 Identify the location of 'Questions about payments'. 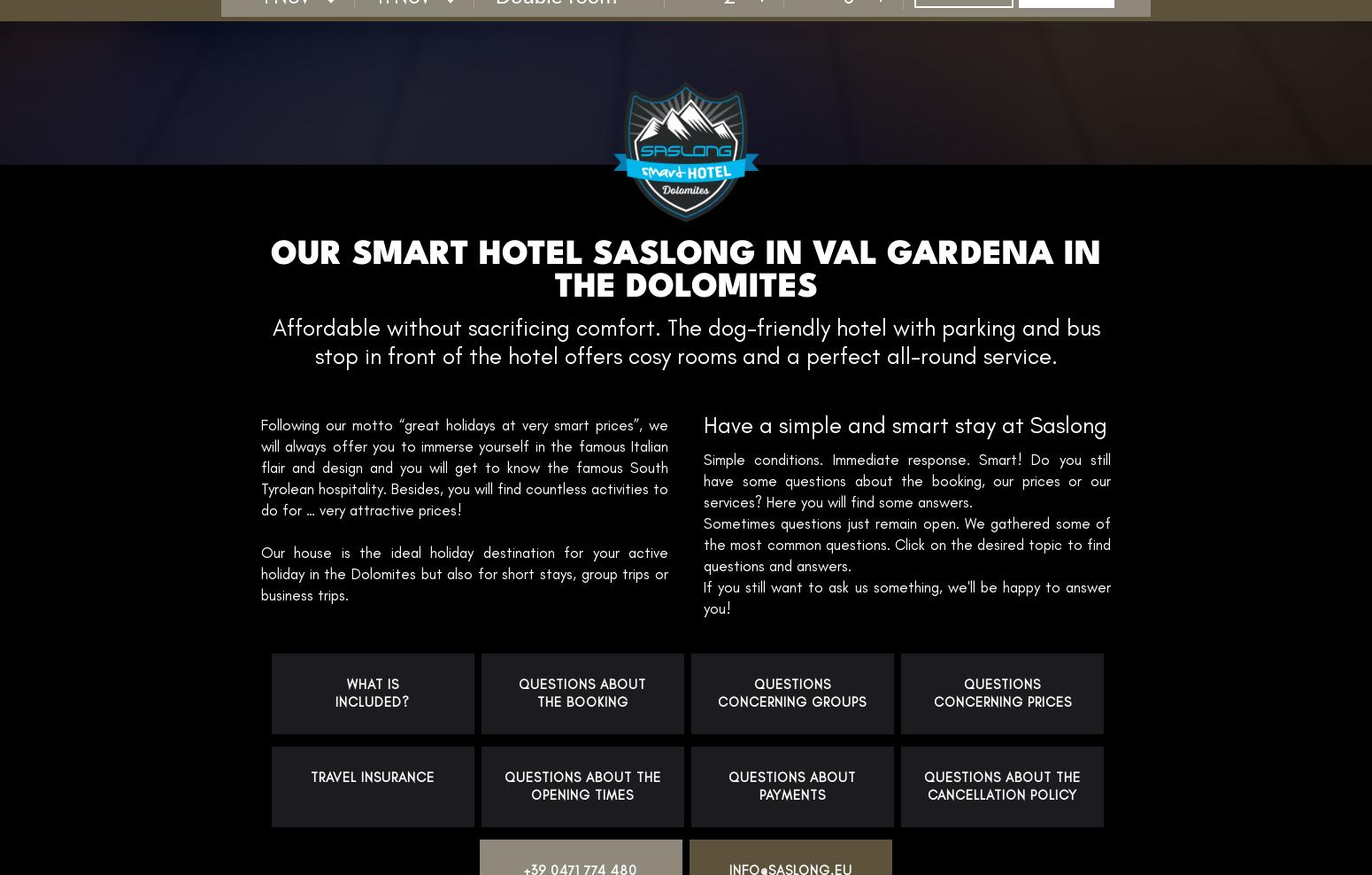
(791, 786).